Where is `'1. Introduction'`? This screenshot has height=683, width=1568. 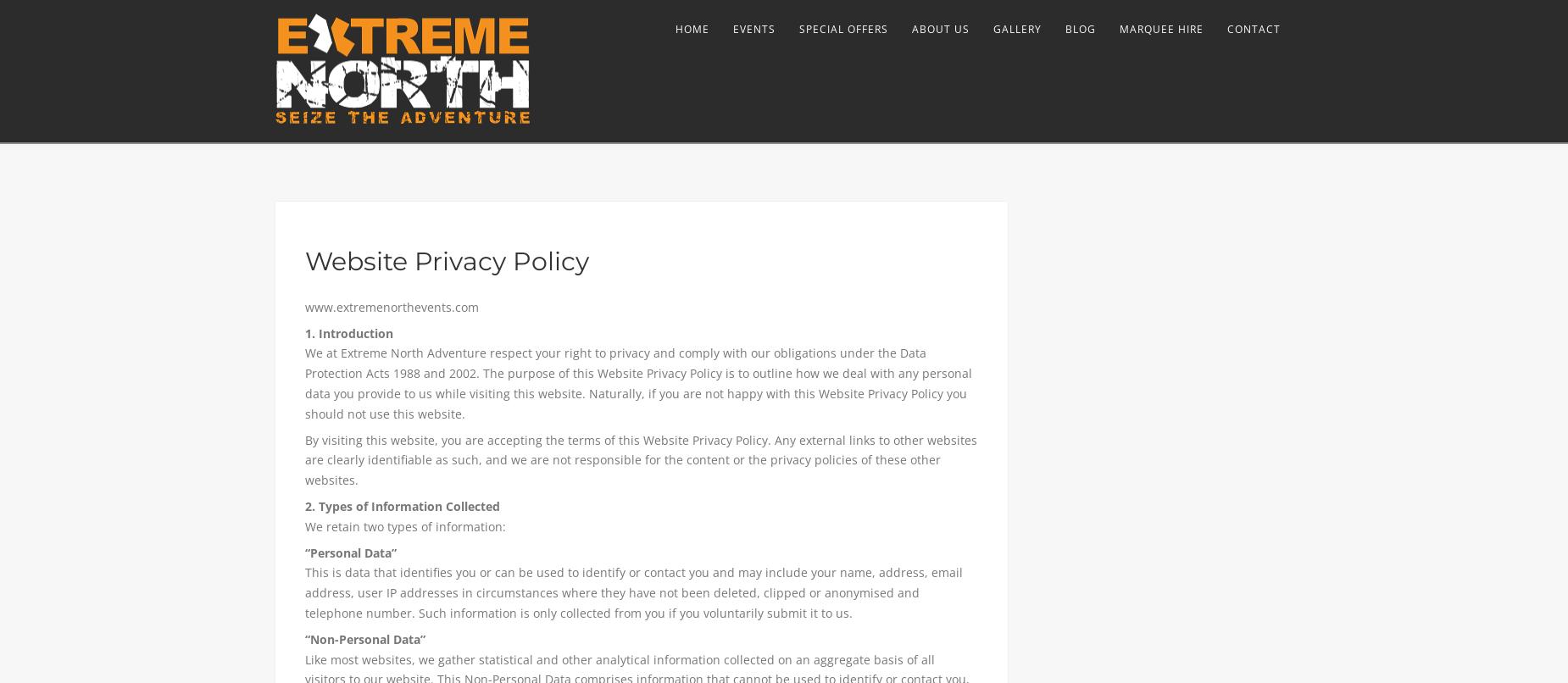 '1. Introduction' is located at coordinates (348, 331).